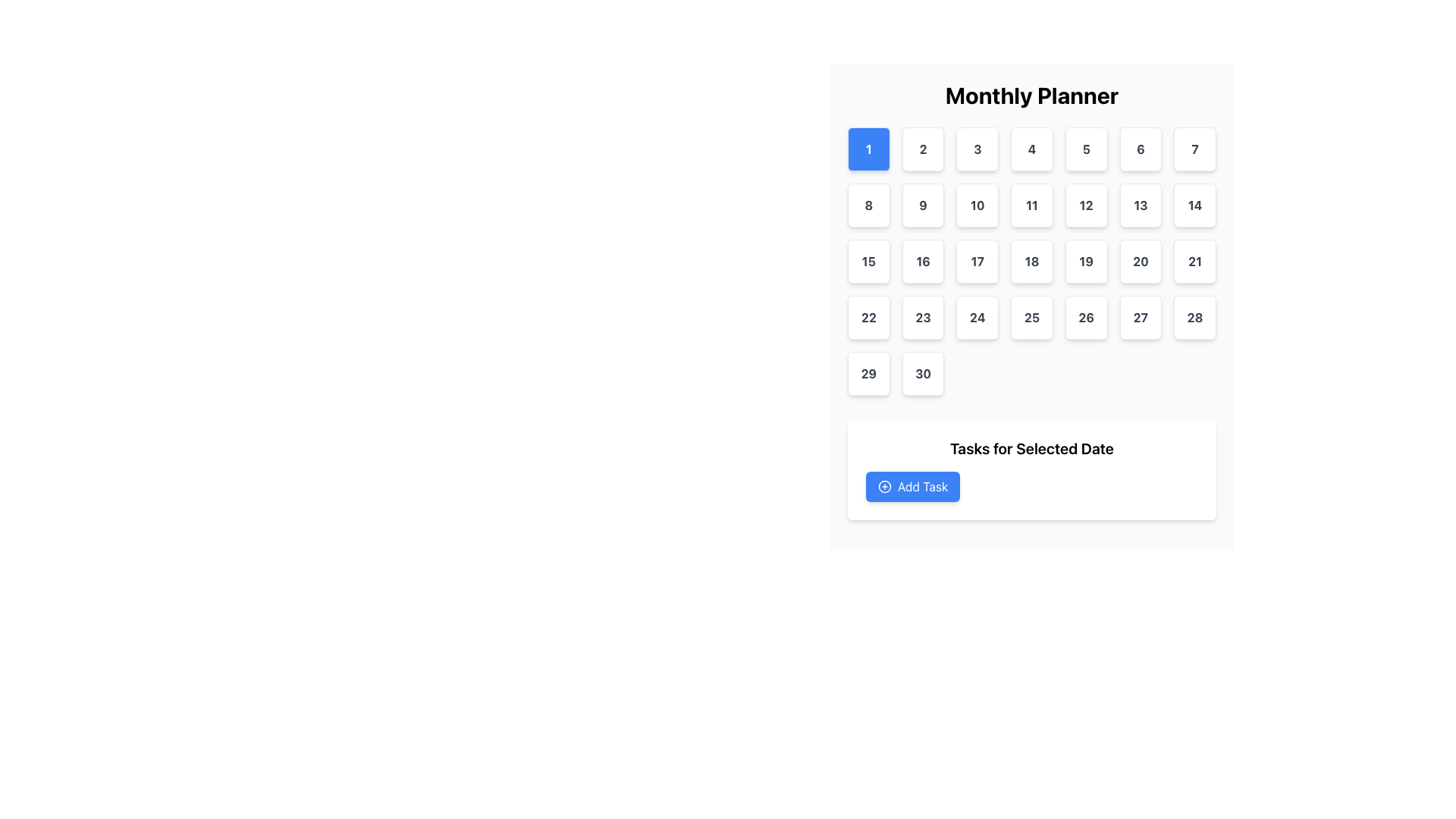 This screenshot has width=1456, height=819. What do you see at coordinates (868, 149) in the screenshot?
I see `the square-shaped blue button with a white number '1' centered in bold font, located in the top-left corner of the grid under the 'Monthly Planner' heading for interactive feedback` at bounding box center [868, 149].